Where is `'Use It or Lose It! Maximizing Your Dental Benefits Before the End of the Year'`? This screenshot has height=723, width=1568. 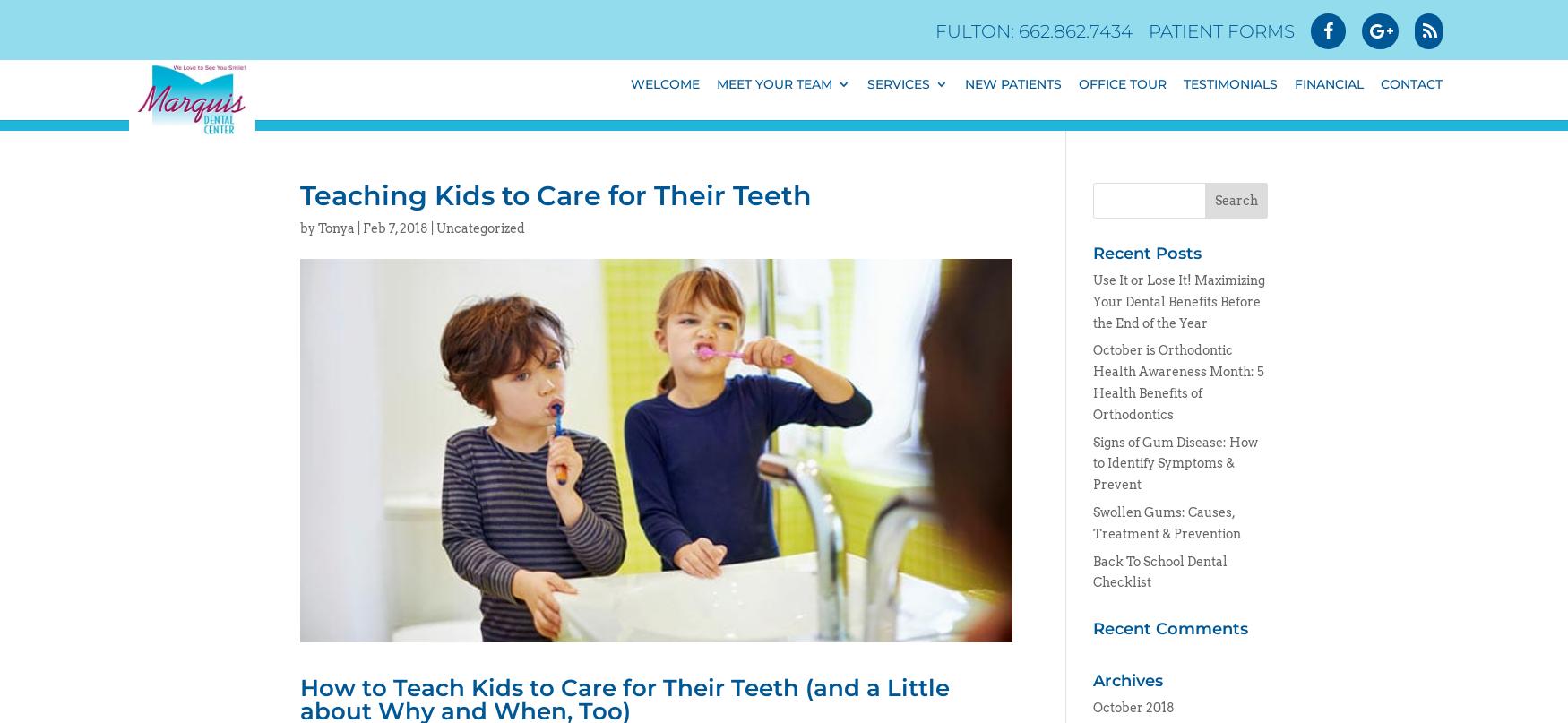 'Use It or Lose It! Maximizing Your Dental Benefits Before the End of the Year' is located at coordinates (1092, 301).